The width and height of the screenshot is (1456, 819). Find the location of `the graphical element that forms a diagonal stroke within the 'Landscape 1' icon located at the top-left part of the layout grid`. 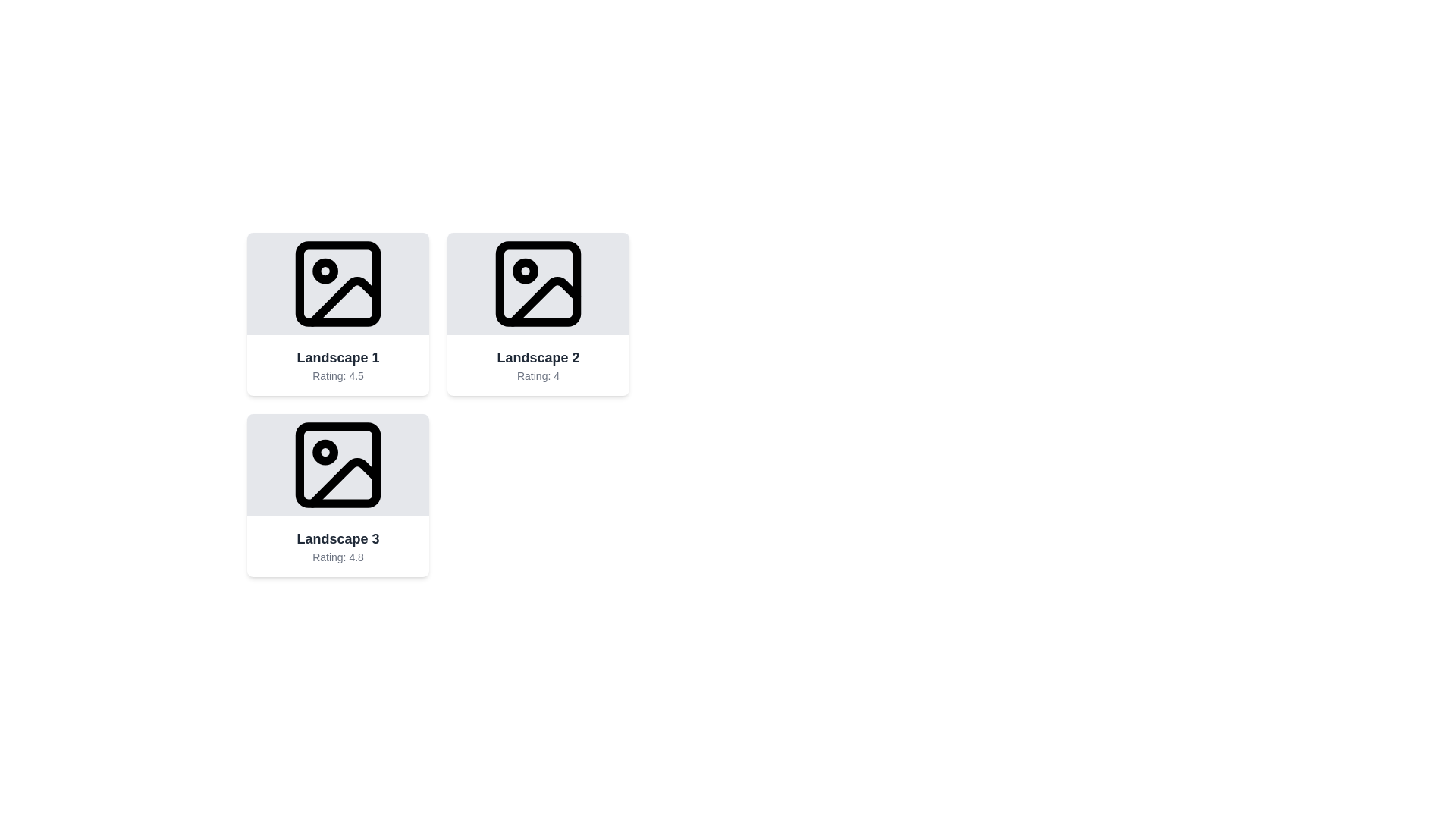

the graphical element that forms a diagonal stroke within the 'Landscape 1' icon located at the top-left part of the layout grid is located at coordinates (344, 301).